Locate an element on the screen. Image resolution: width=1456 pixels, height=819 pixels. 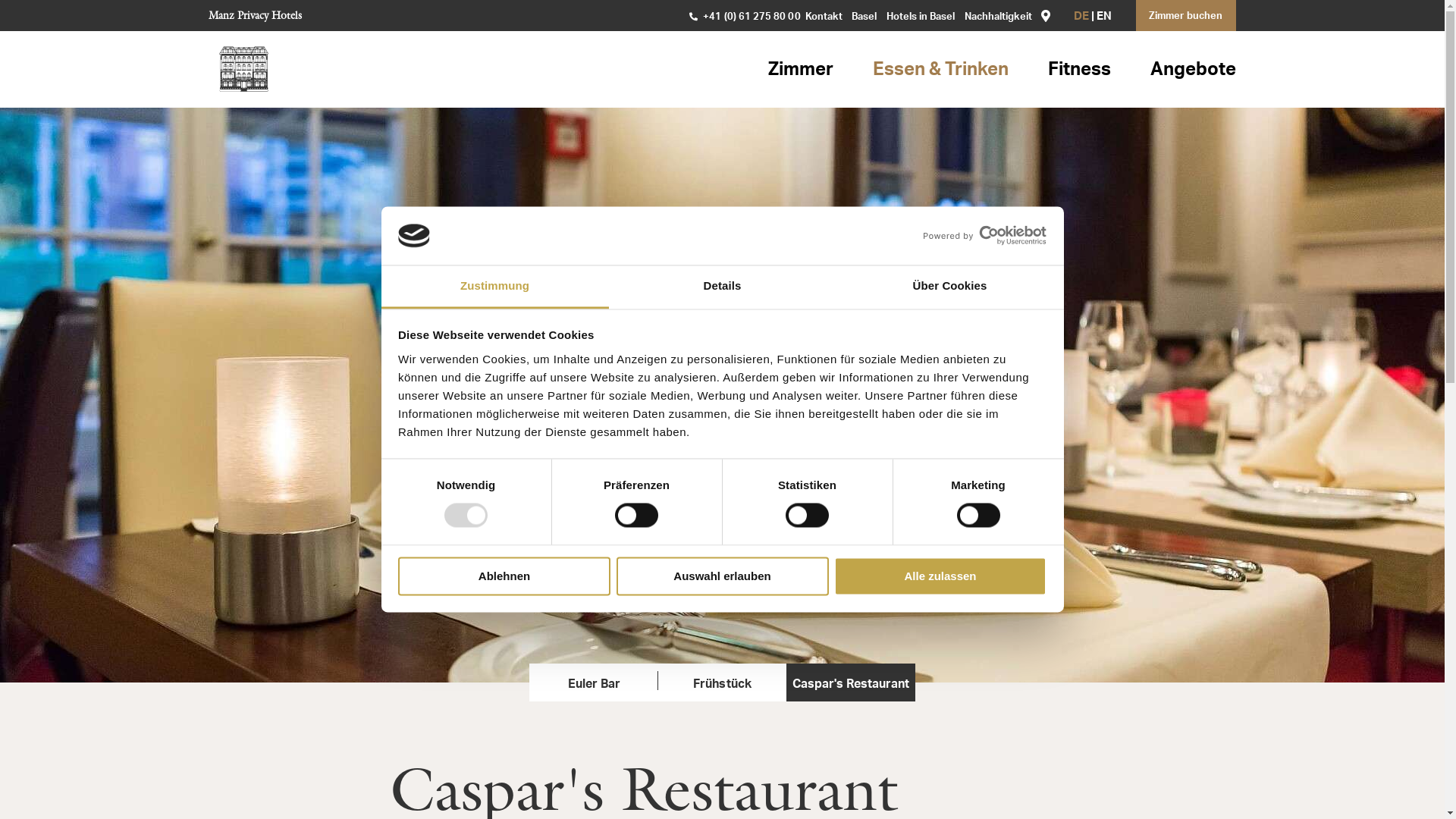
'Essen & Trinken' is located at coordinates (940, 70).